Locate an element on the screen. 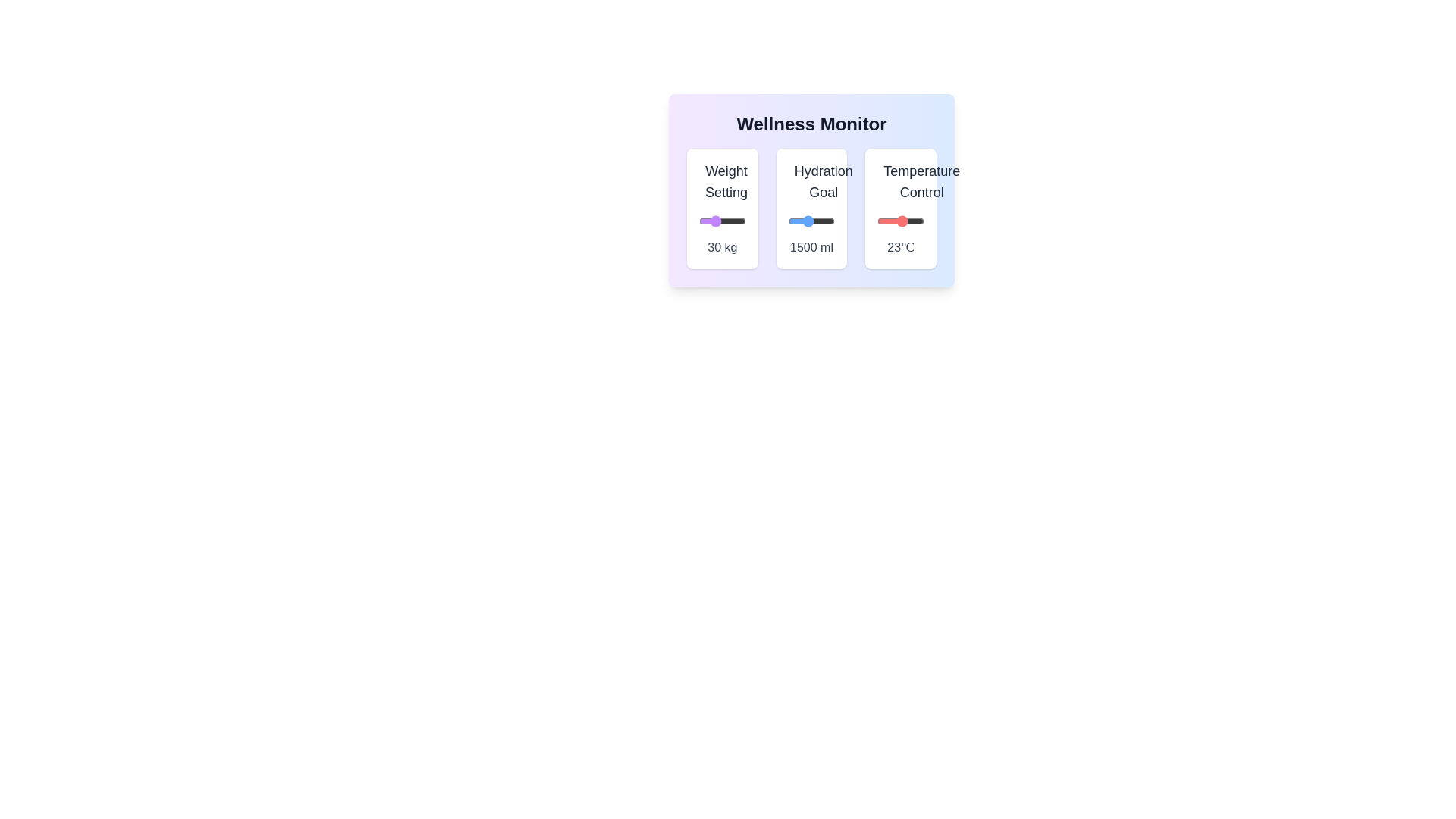  the SVG icon element represented as a stylized droplet located in the 'Hydration Goal' card under the 'Wellness Monitor' title is located at coordinates (796, 181).